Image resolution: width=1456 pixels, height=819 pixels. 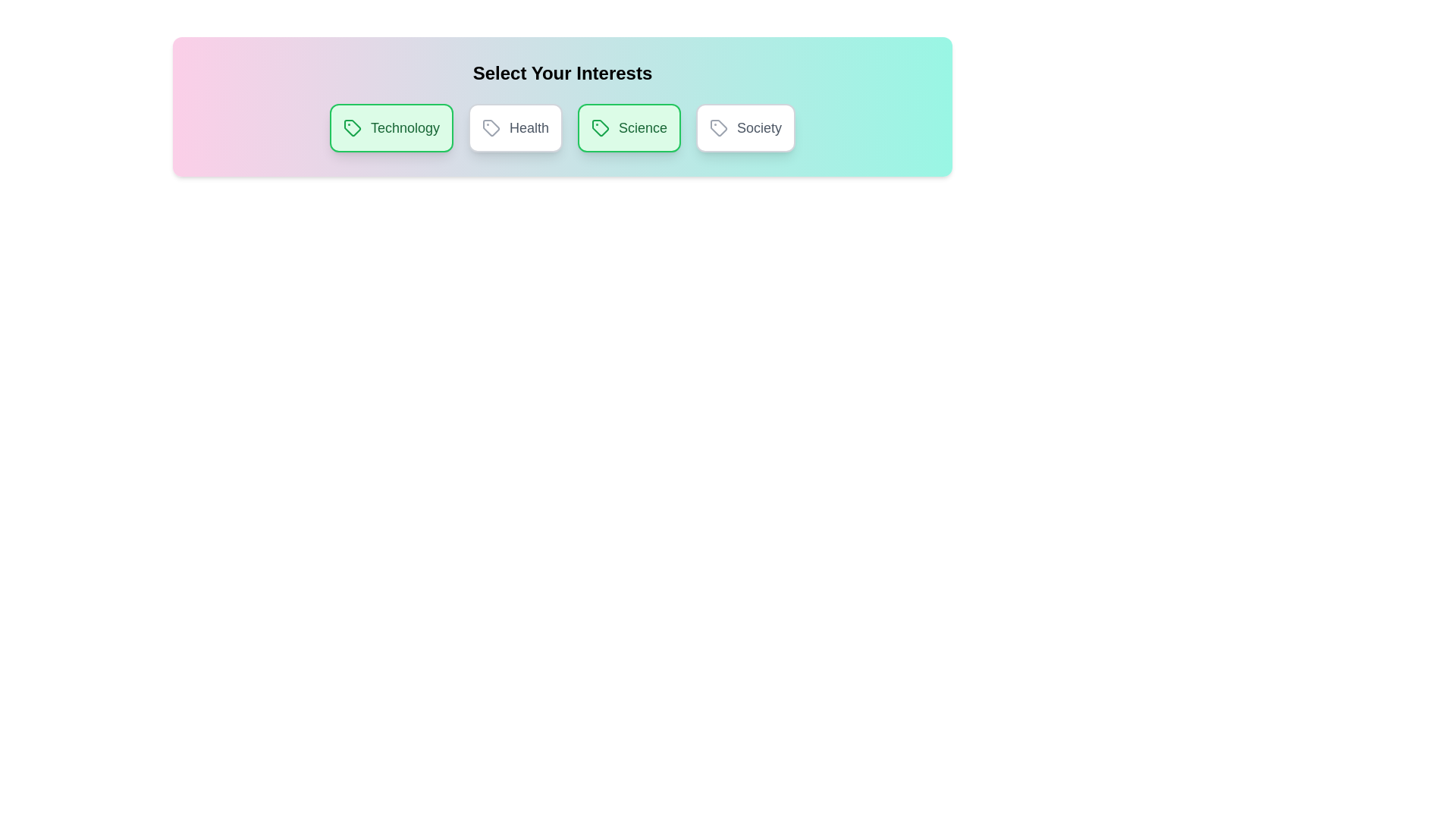 What do you see at coordinates (391, 127) in the screenshot?
I see `the chip labeled Technology` at bounding box center [391, 127].